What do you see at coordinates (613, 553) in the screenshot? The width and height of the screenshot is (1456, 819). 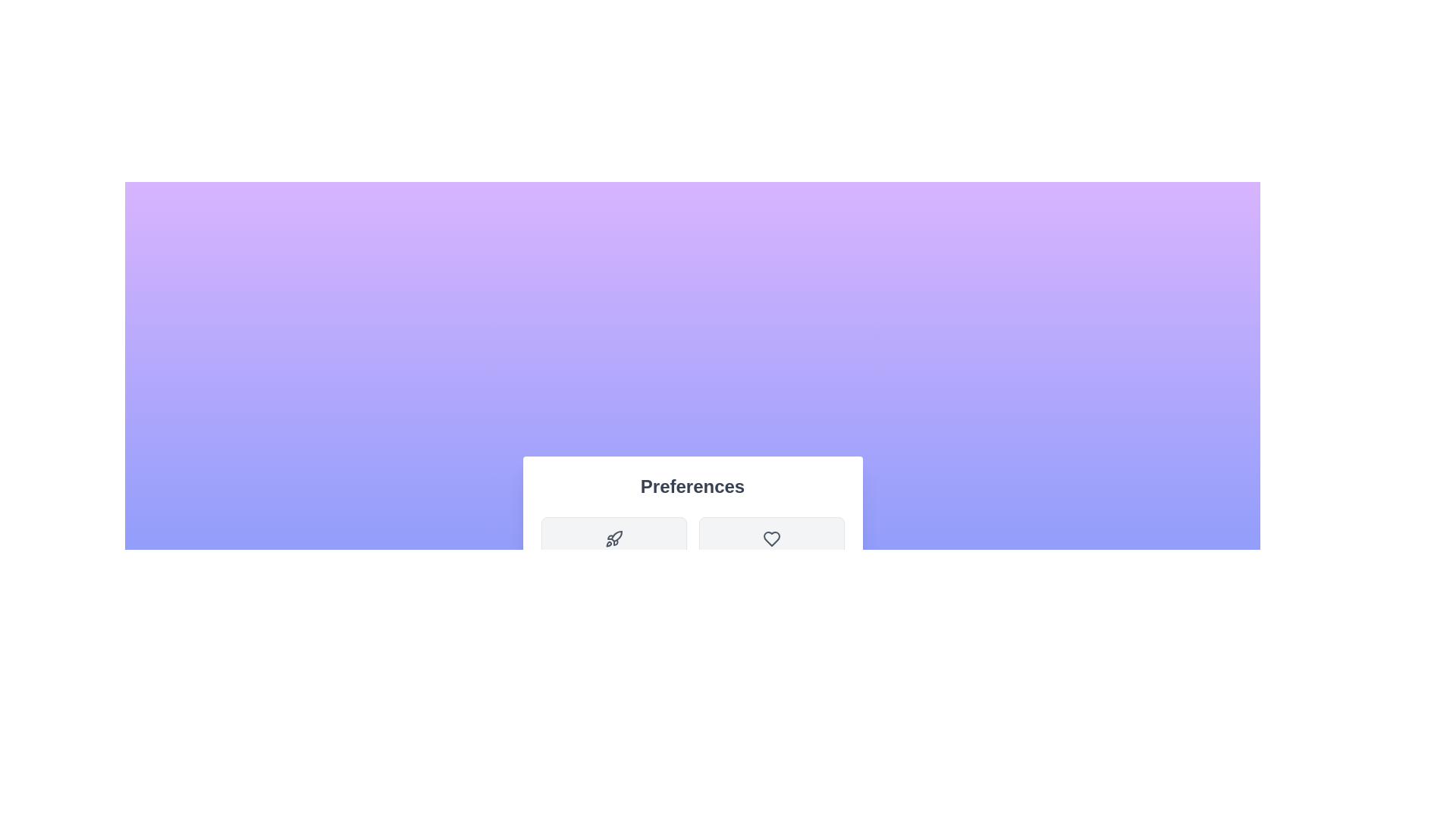 I see `the preference Adventure by clicking its corresponding button` at bounding box center [613, 553].